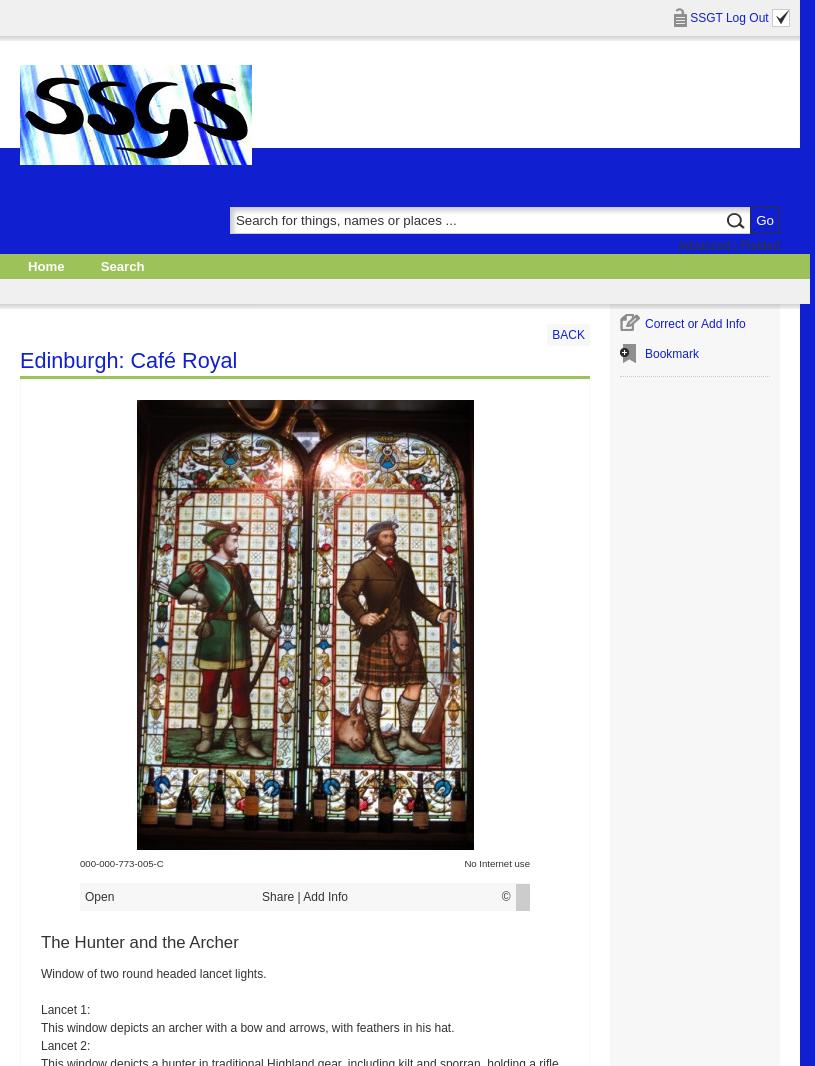 The height and width of the screenshot is (1066, 815). I want to click on '000-000-773-005-C', so click(79, 863).